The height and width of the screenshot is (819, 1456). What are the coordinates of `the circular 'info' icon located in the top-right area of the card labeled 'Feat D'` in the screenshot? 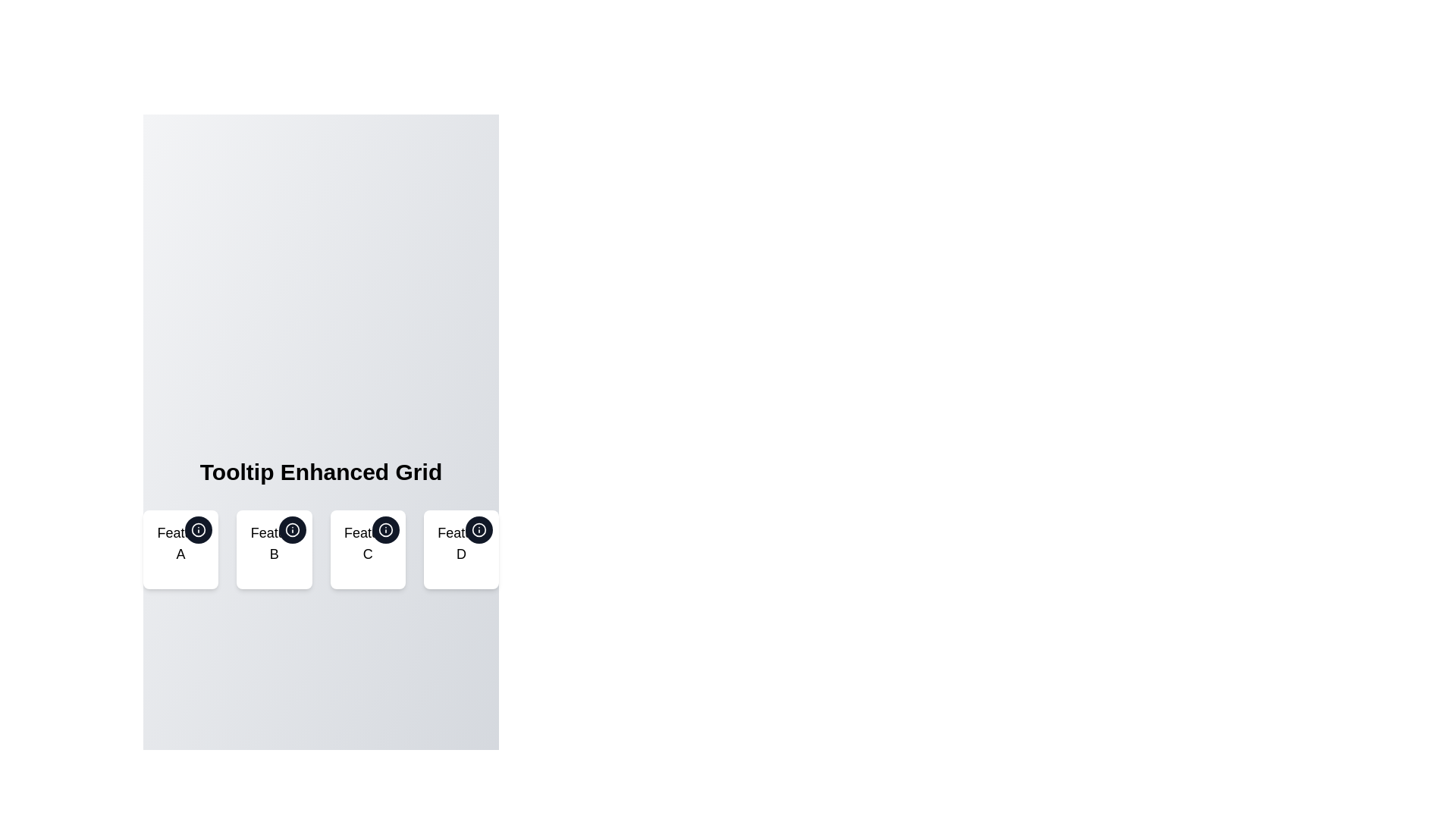 It's located at (479, 529).